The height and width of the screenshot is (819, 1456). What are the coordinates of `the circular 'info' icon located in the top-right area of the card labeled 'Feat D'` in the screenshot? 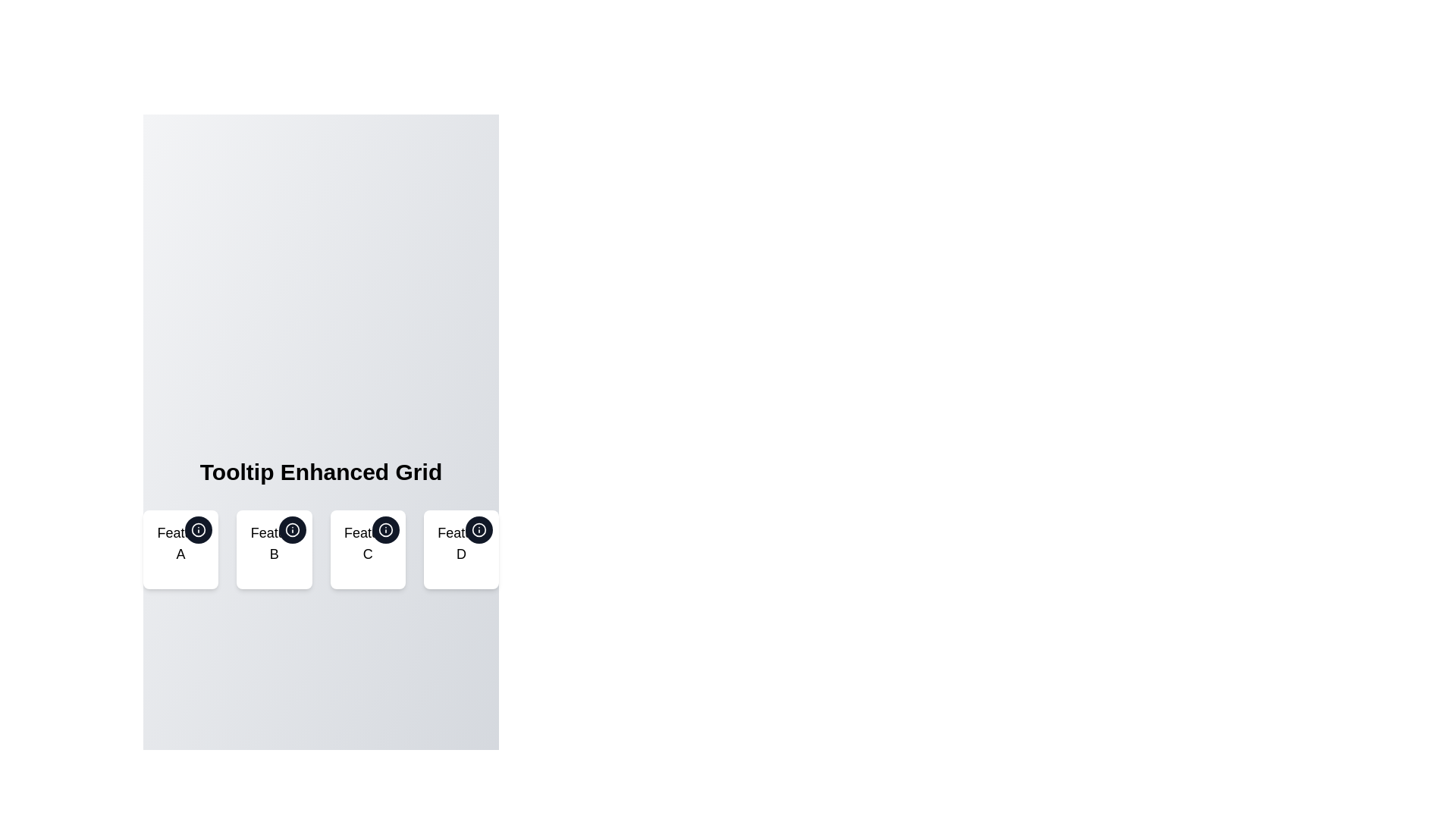 It's located at (479, 529).